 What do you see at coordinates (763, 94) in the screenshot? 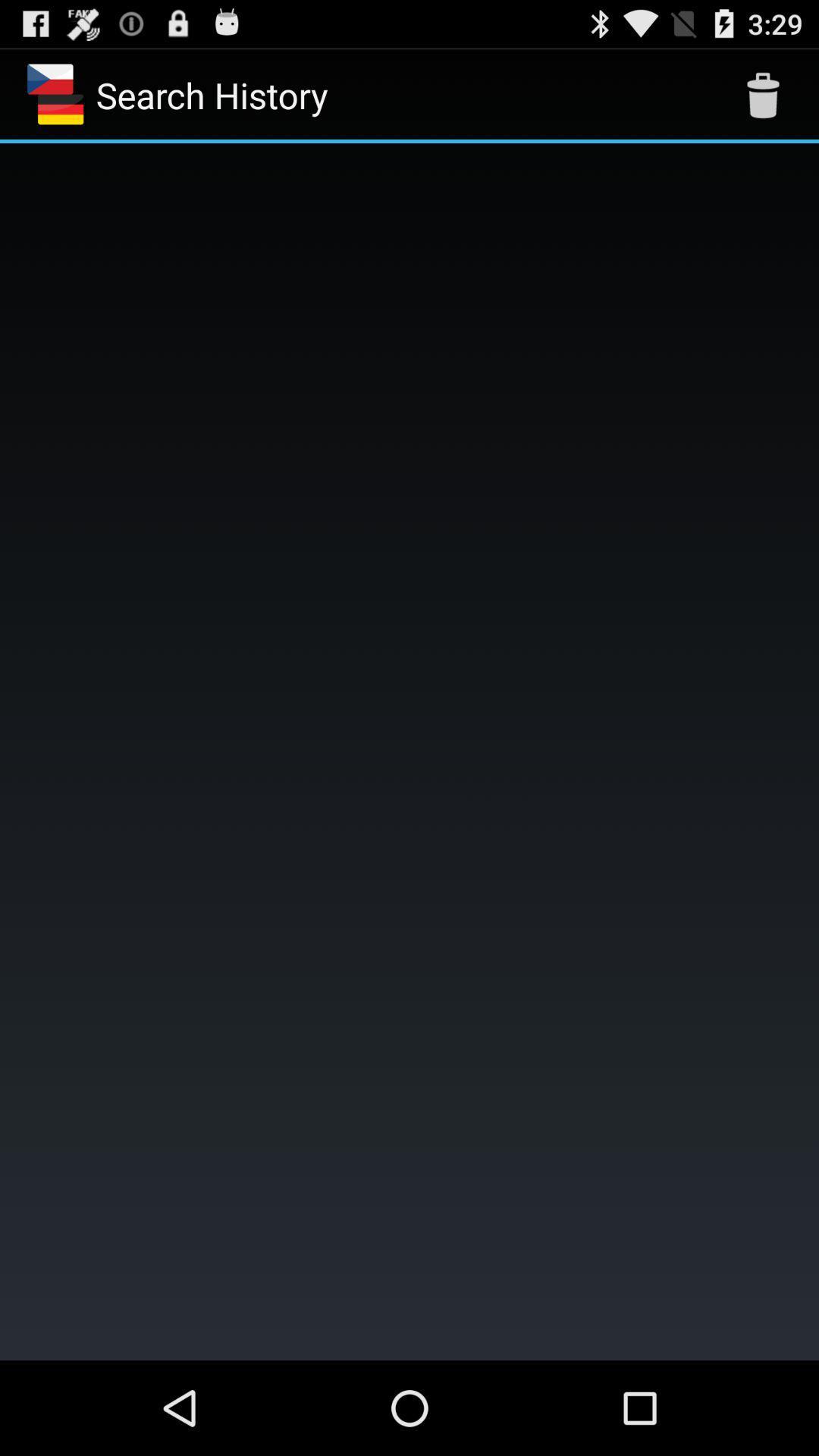
I see `icon to the right of search history icon` at bounding box center [763, 94].